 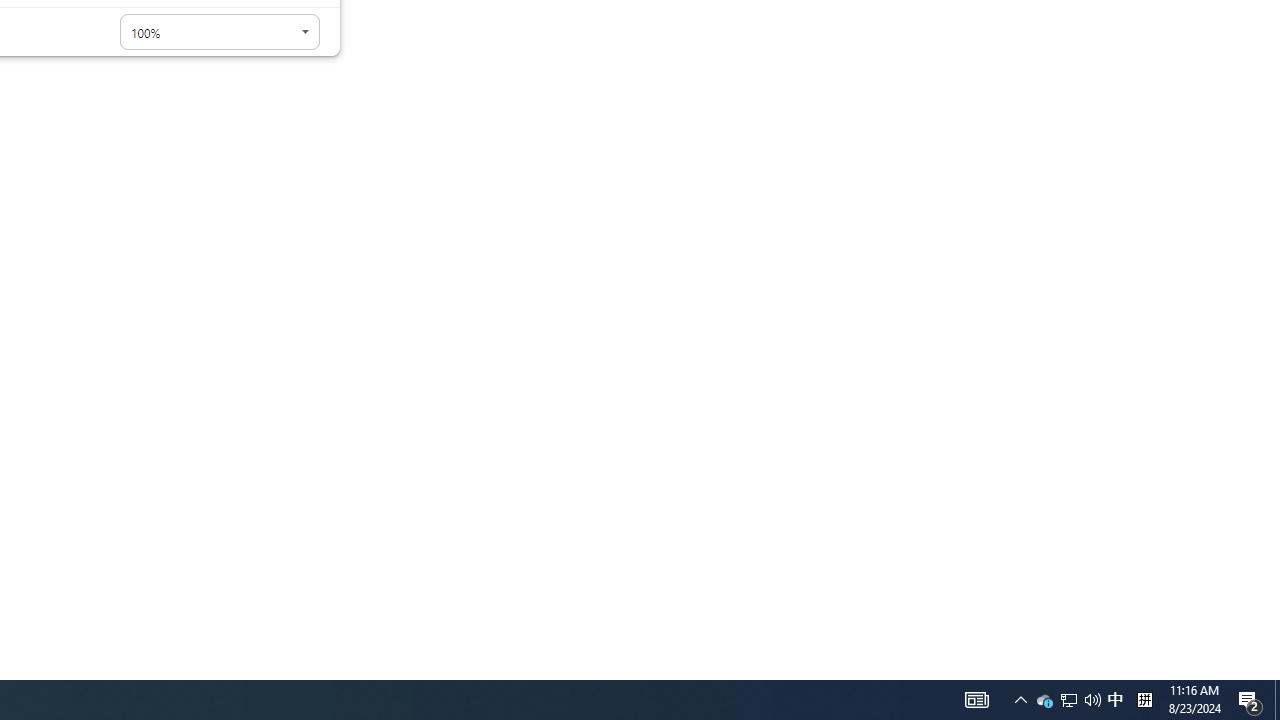 I want to click on 'Page zoom', so click(x=219, y=32).